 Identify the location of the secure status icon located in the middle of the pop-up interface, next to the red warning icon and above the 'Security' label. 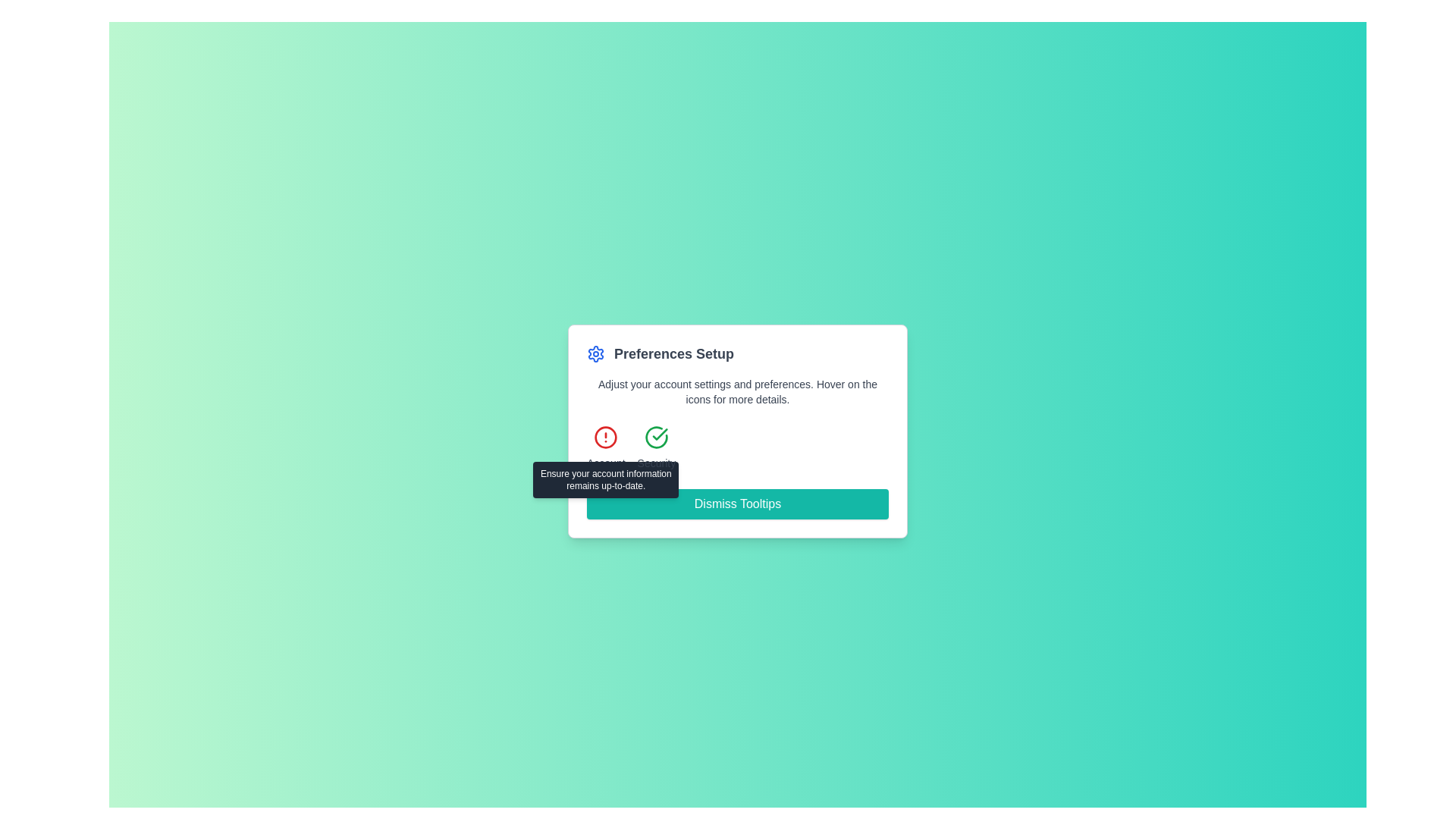
(656, 438).